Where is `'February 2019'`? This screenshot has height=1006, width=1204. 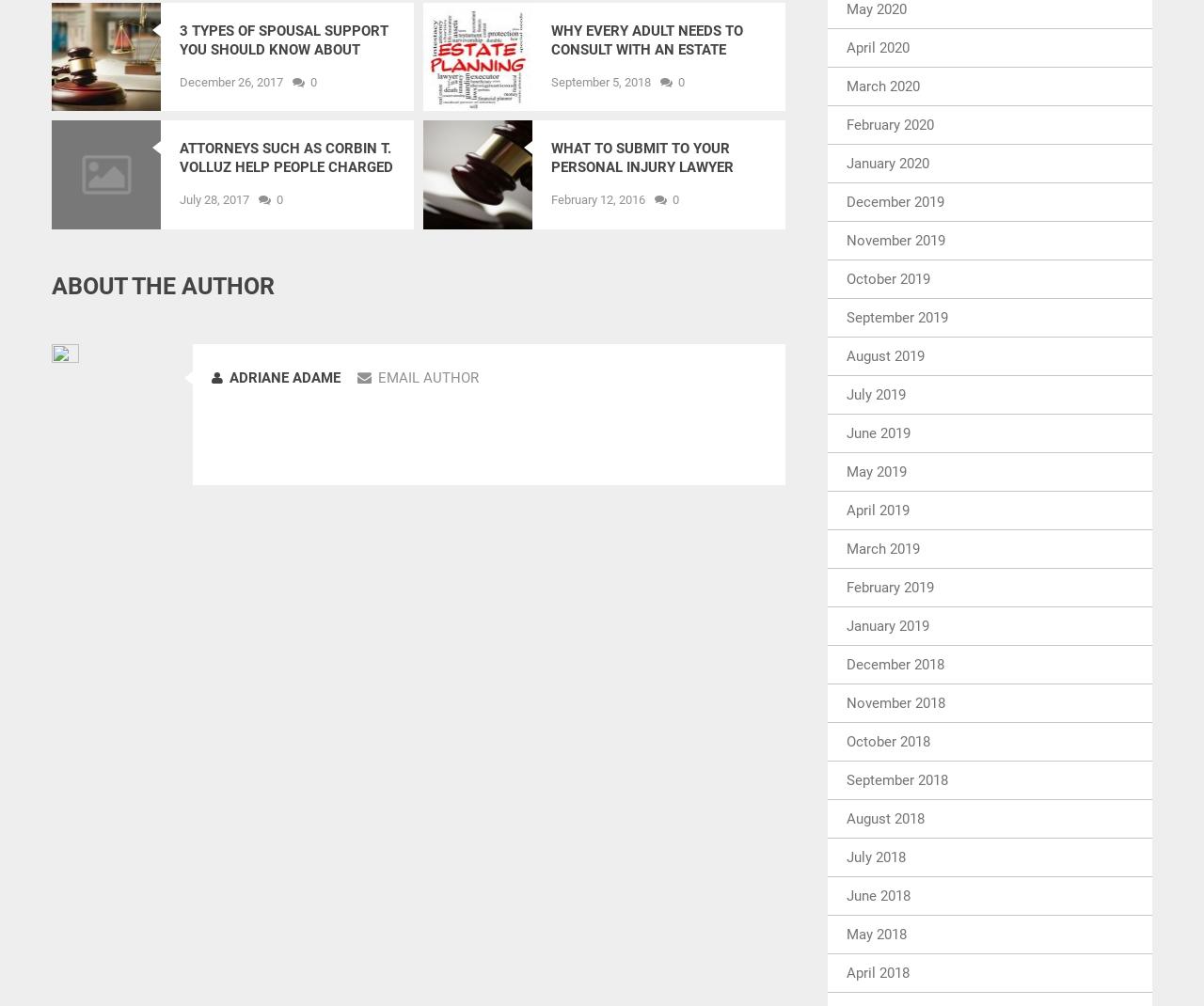
'February 2019' is located at coordinates (889, 586).